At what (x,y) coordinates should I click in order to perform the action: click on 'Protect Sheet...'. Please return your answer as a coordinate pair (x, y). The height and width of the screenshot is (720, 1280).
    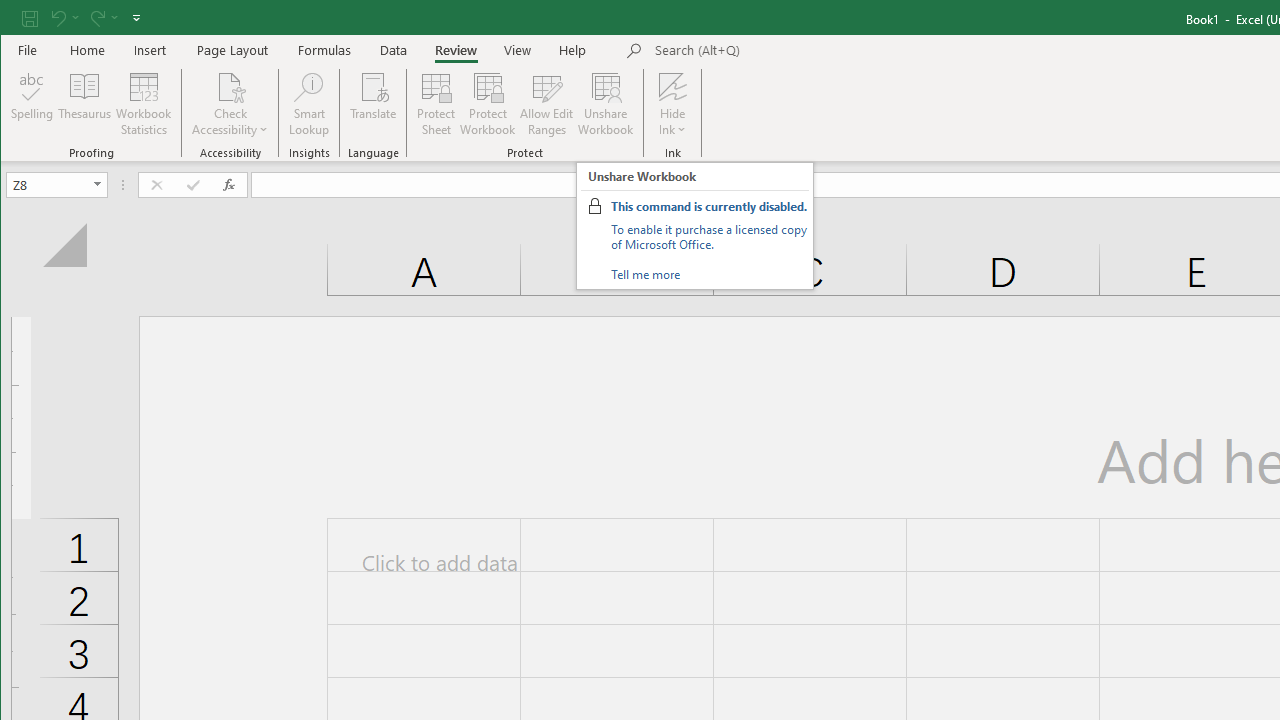
    Looking at the image, I should click on (435, 104).